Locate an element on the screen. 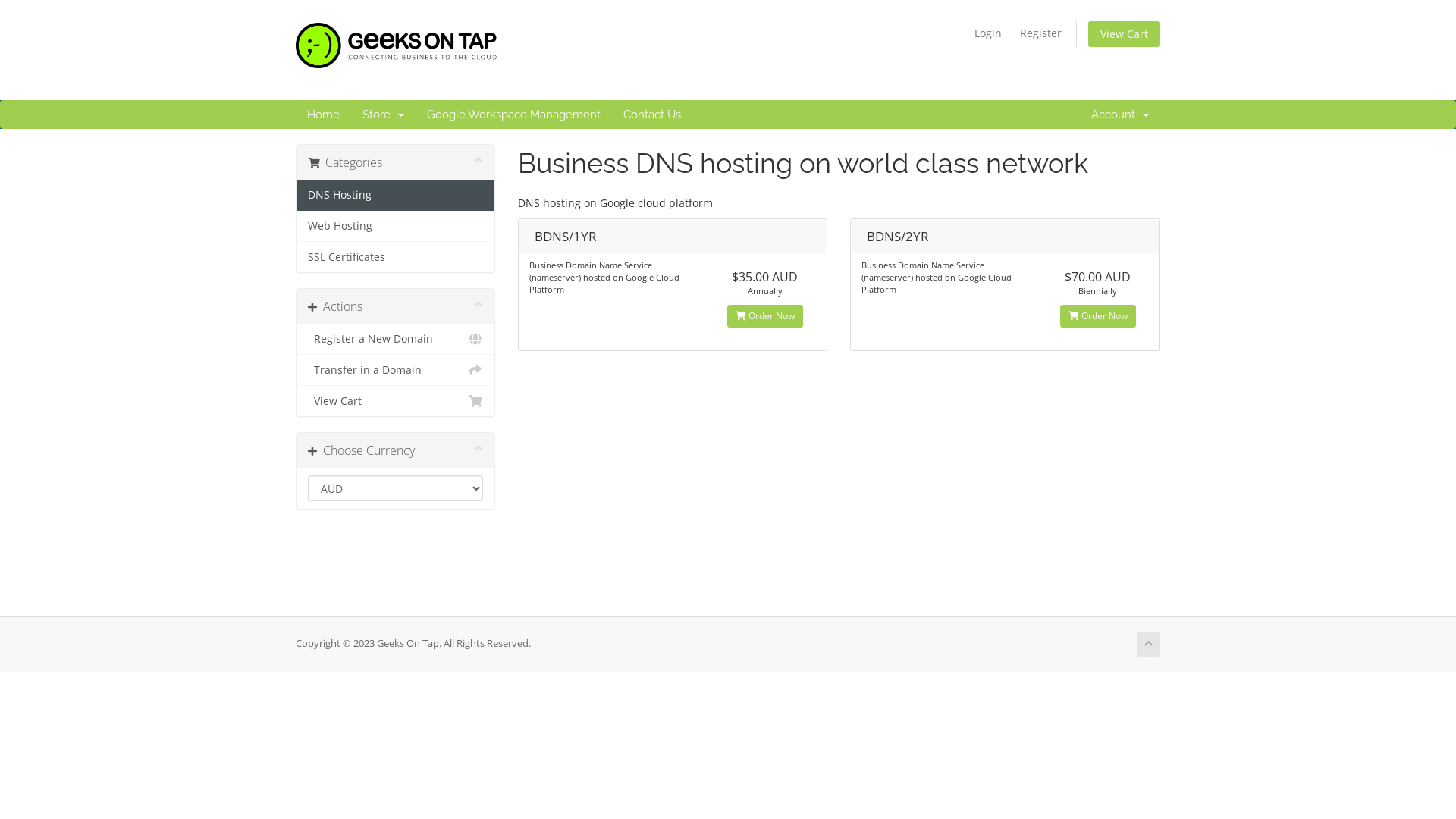 Image resolution: width=1456 pixels, height=819 pixels. '  View Cart' is located at coordinates (395, 400).